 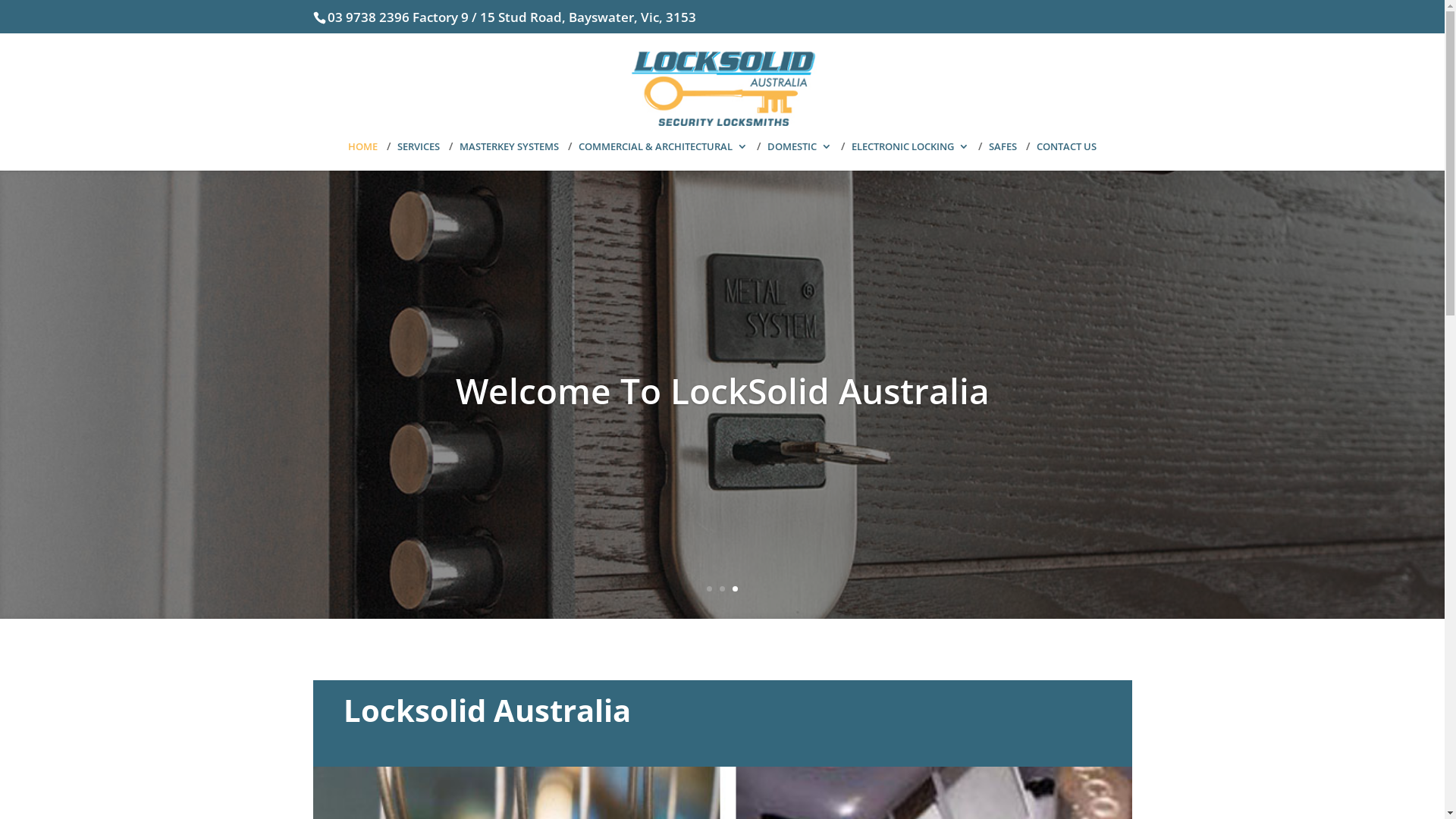 What do you see at coordinates (663, 155) in the screenshot?
I see `'COMMERCIAL & ARCHITECTURAL'` at bounding box center [663, 155].